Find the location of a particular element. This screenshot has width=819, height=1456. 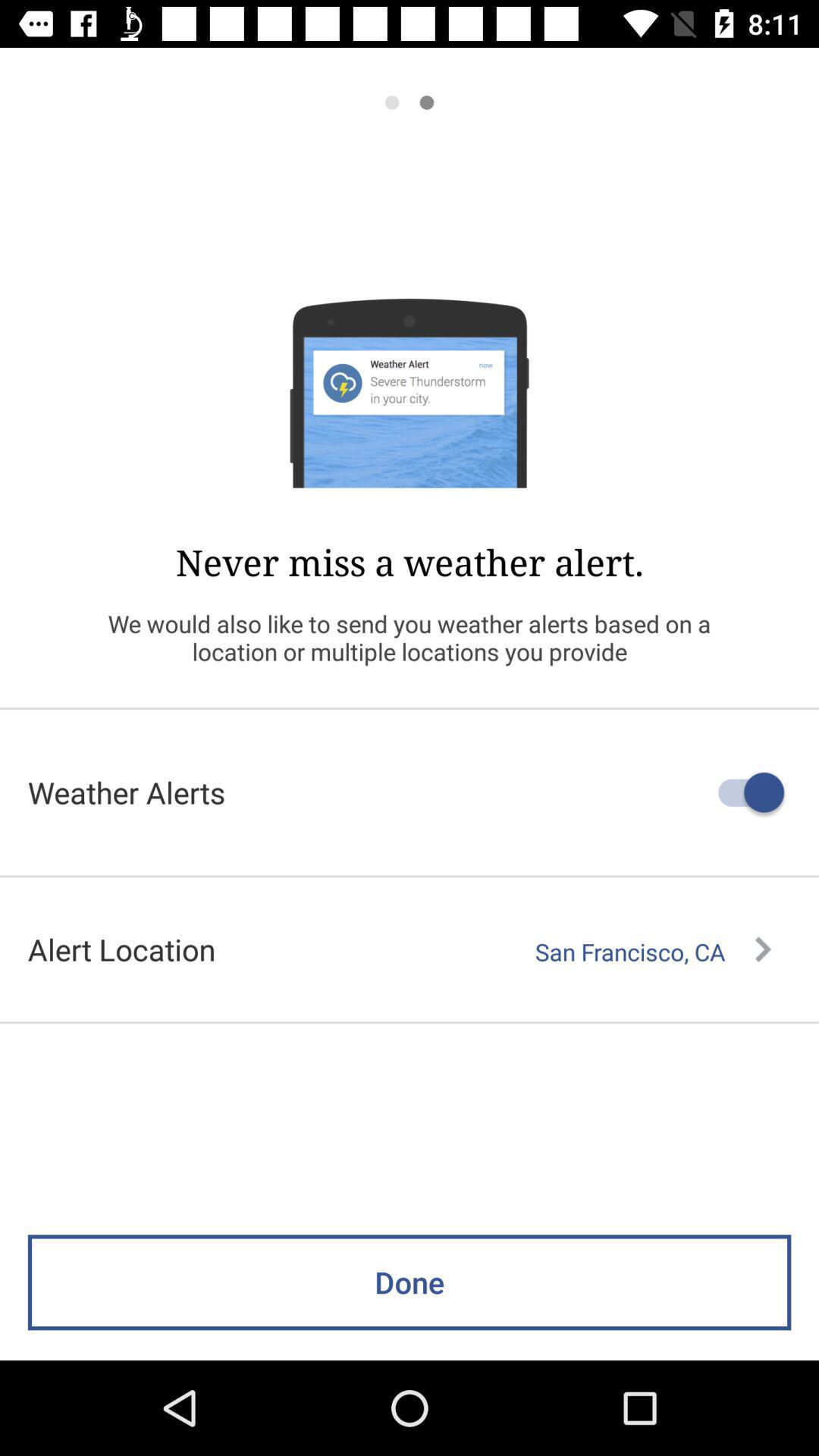

the icon to the right of the alert location icon is located at coordinates (652, 951).